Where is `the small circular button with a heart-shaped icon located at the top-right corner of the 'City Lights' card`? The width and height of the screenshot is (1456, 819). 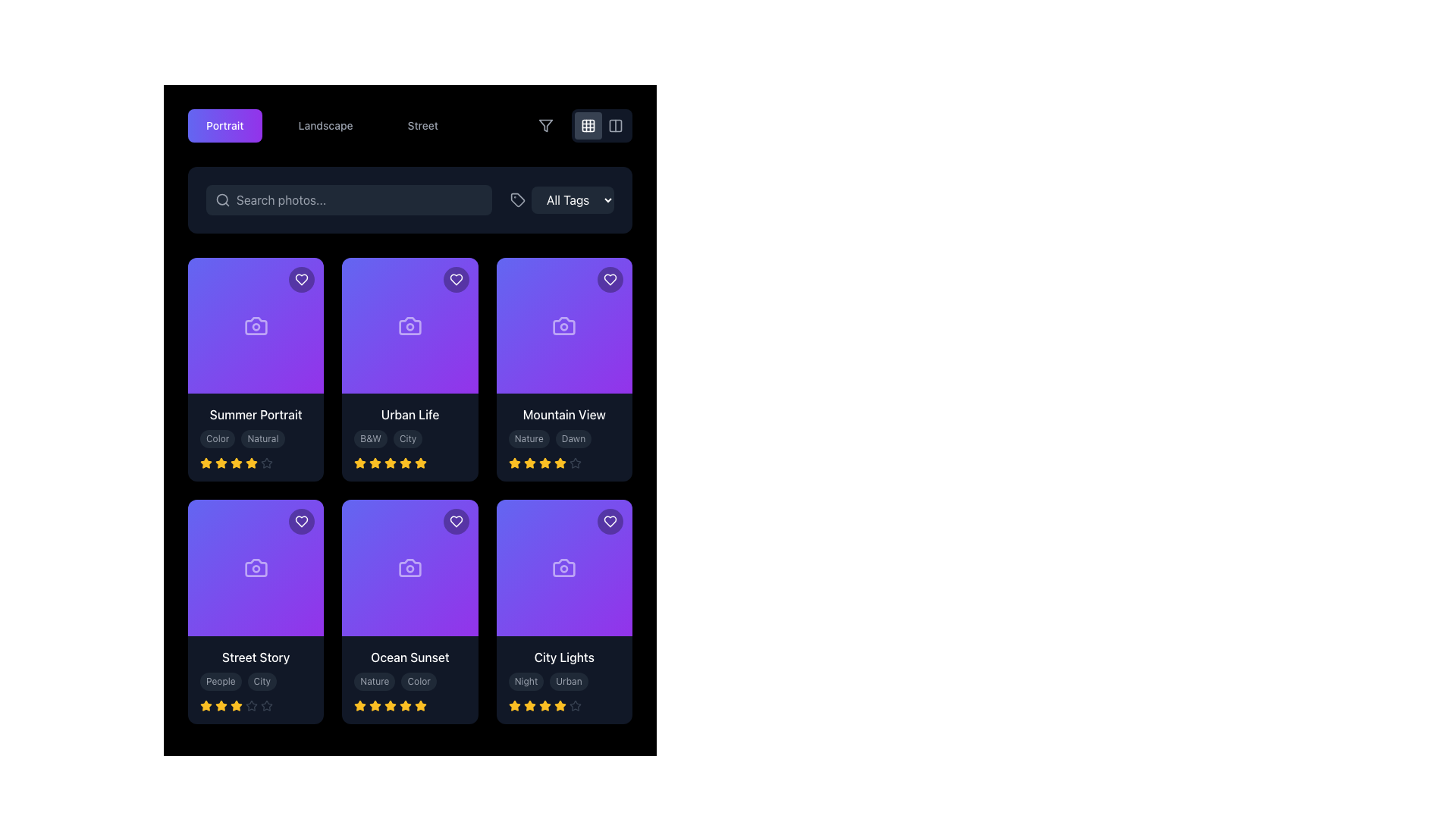
the small circular button with a heart-shaped icon located at the top-right corner of the 'City Lights' card is located at coordinates (610, 521).